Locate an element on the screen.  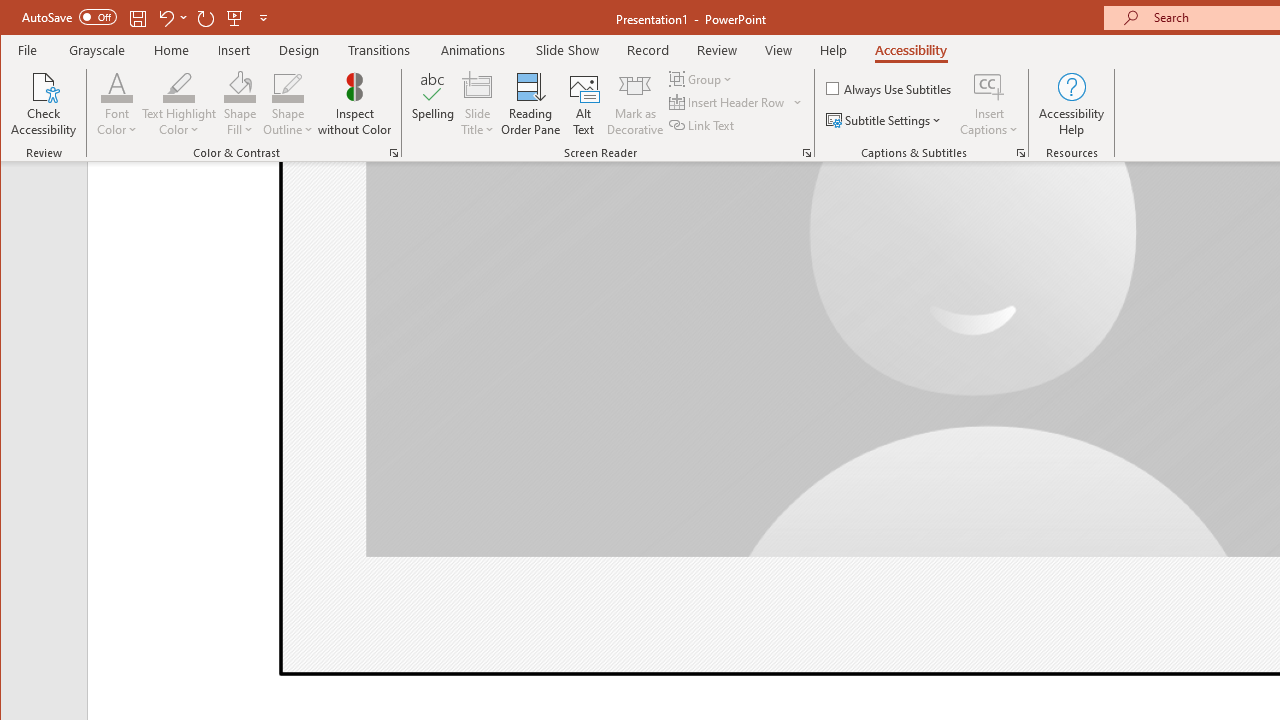
'Link Text' is located at coordinates (703, 125).